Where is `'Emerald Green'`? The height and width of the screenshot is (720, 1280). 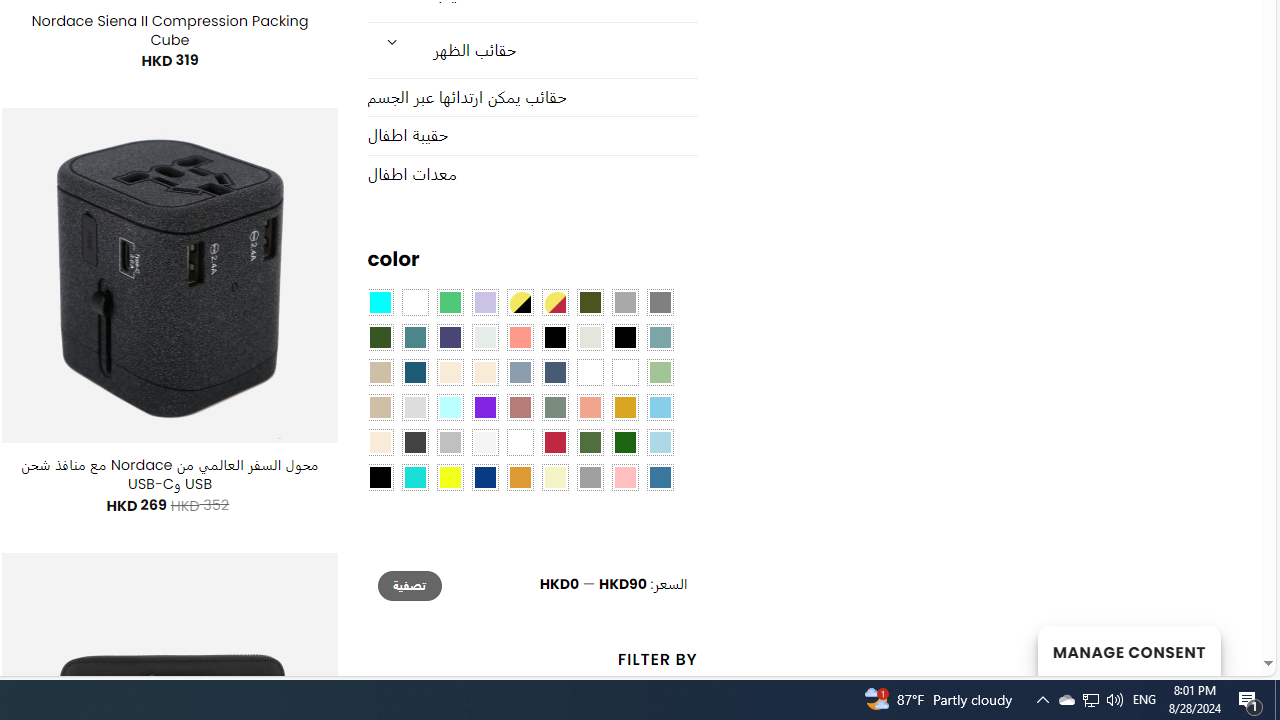 'Emerald Green' is located at coordinates (448, 303).